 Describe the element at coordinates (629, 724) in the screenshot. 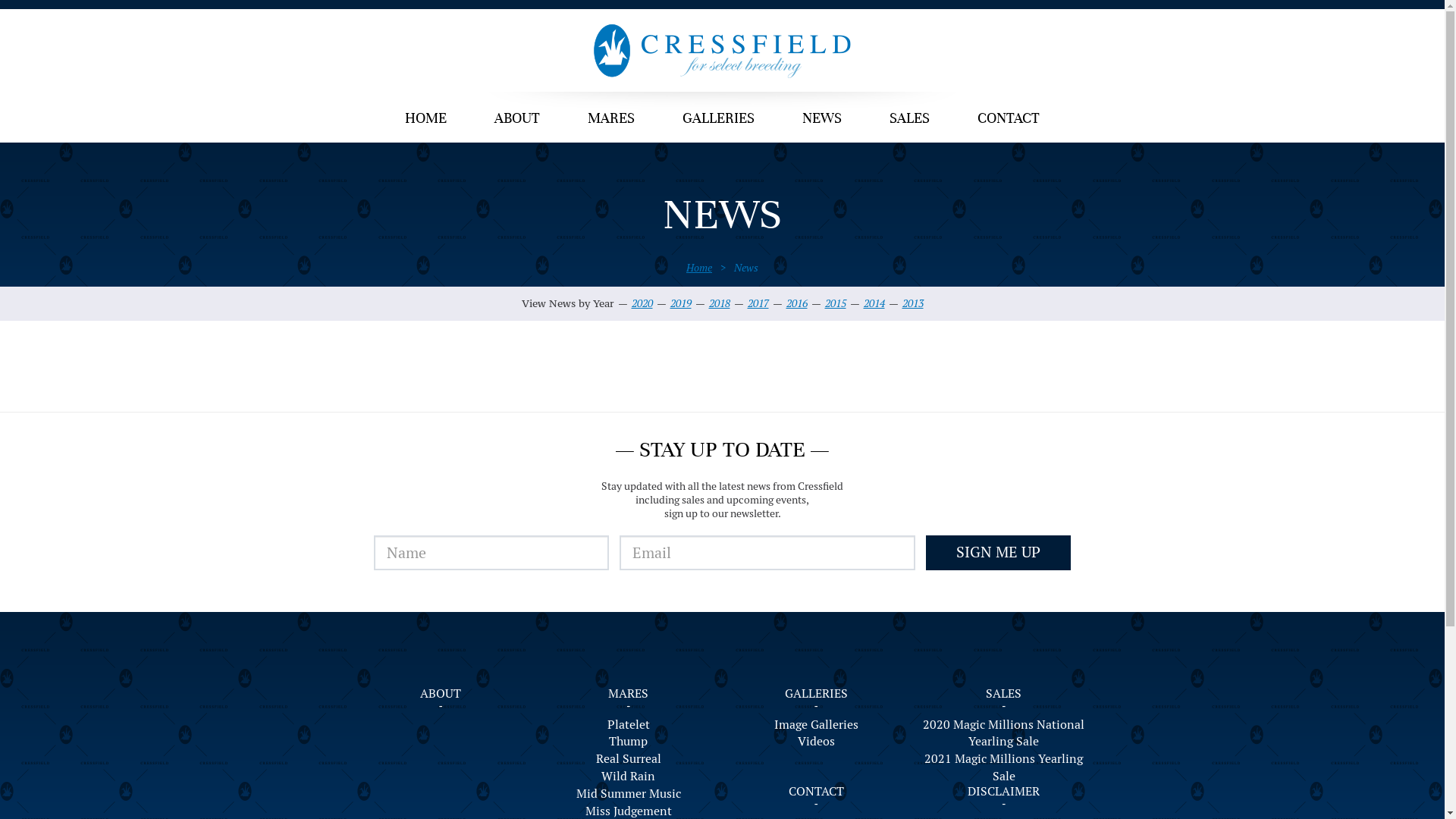

I see `'Platelet'` at that location.